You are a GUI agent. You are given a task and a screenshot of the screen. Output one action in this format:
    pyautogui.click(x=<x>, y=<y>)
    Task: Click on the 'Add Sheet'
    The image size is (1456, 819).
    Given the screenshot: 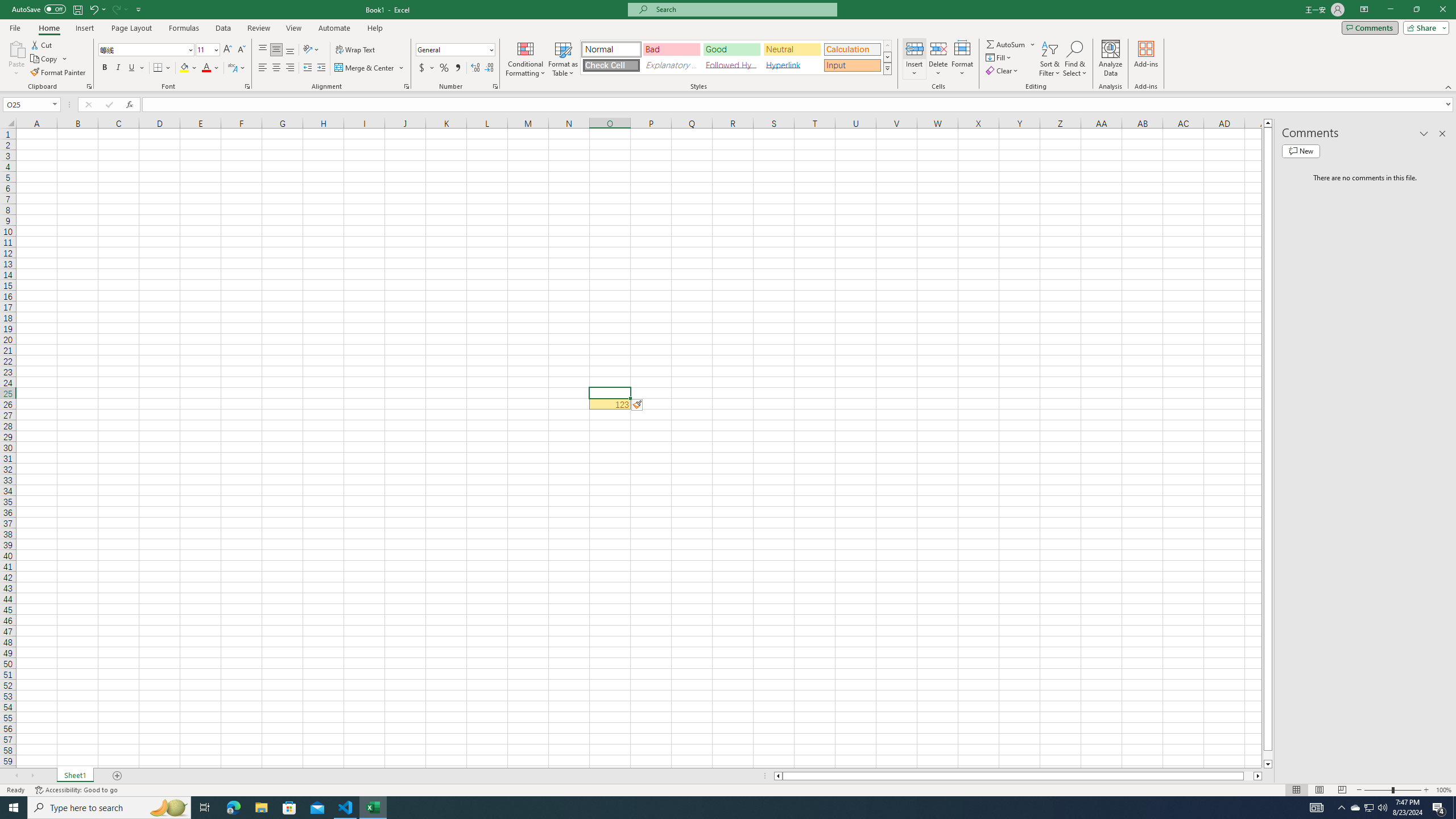 What is the action you would take?
    pyautogui.click(x=117, y=775)
    